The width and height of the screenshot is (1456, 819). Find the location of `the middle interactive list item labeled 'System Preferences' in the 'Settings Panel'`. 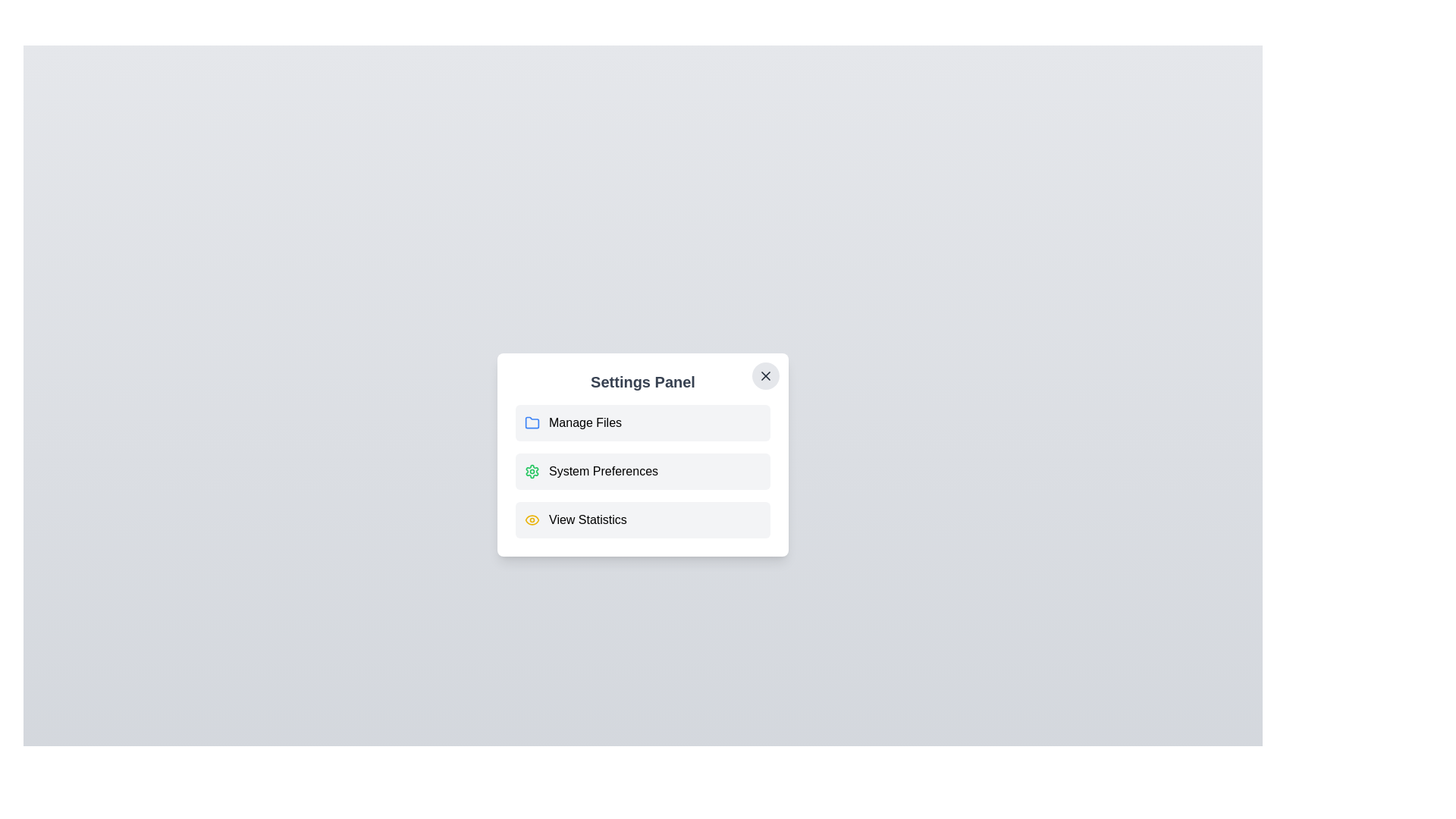

the middle interactive list item labeled 'System Preferences' in the 'Settings Panel' is located at coordinates (643, 470).